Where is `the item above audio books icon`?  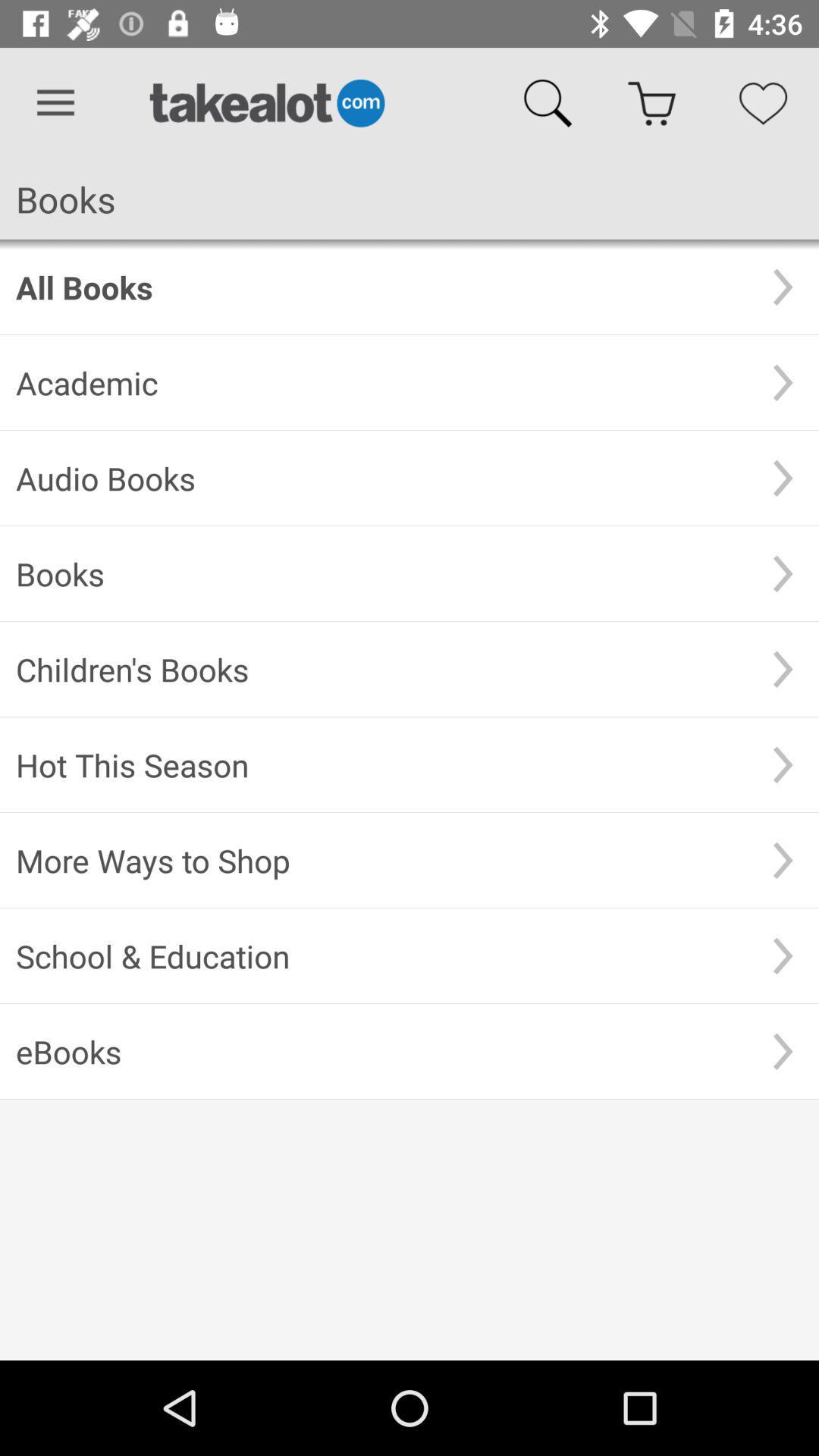
the item above audio books icon is located at coordinates (381, 382).